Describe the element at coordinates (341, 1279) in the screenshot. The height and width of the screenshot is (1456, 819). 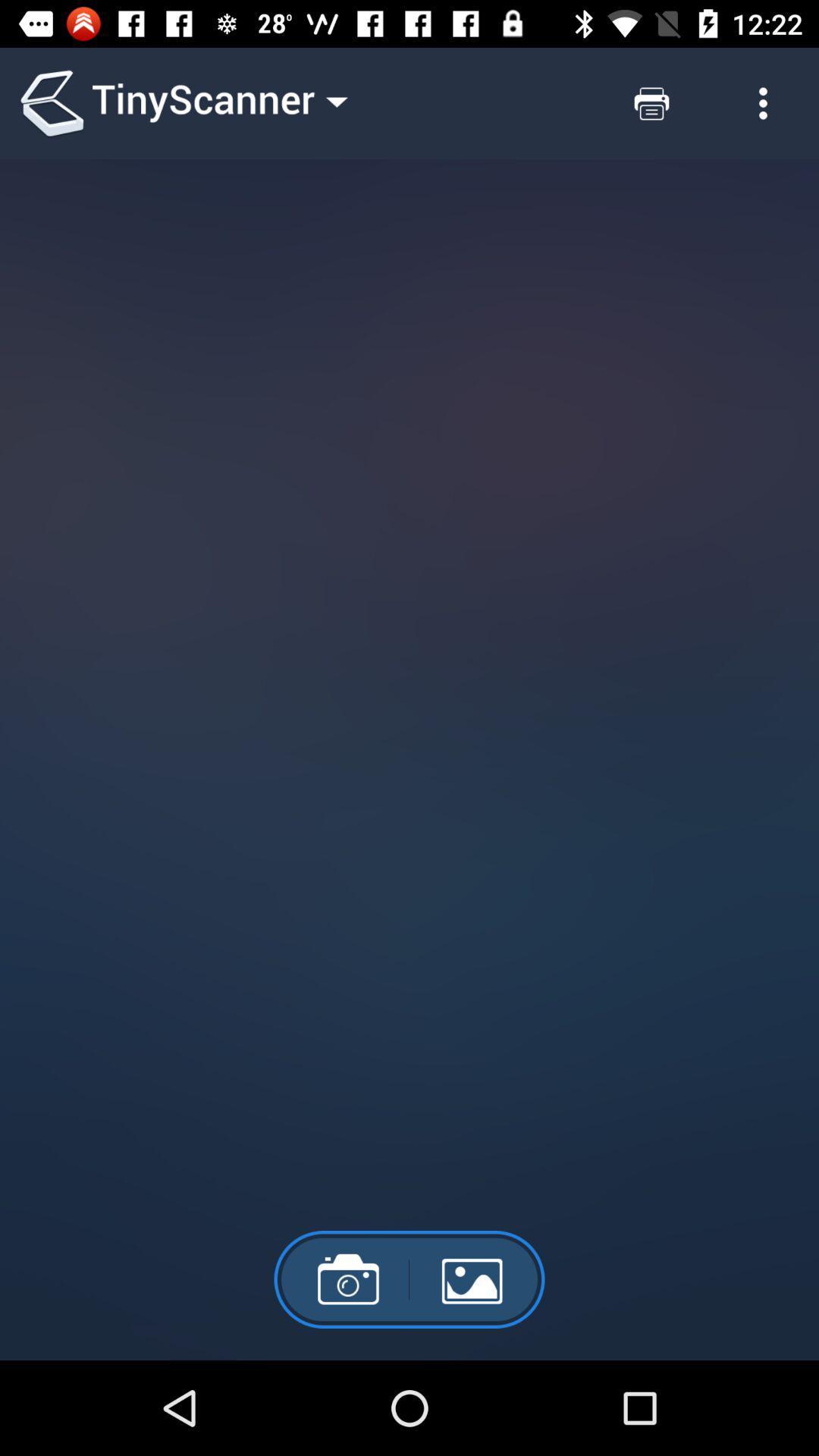
I see `the photo icon` at that location.